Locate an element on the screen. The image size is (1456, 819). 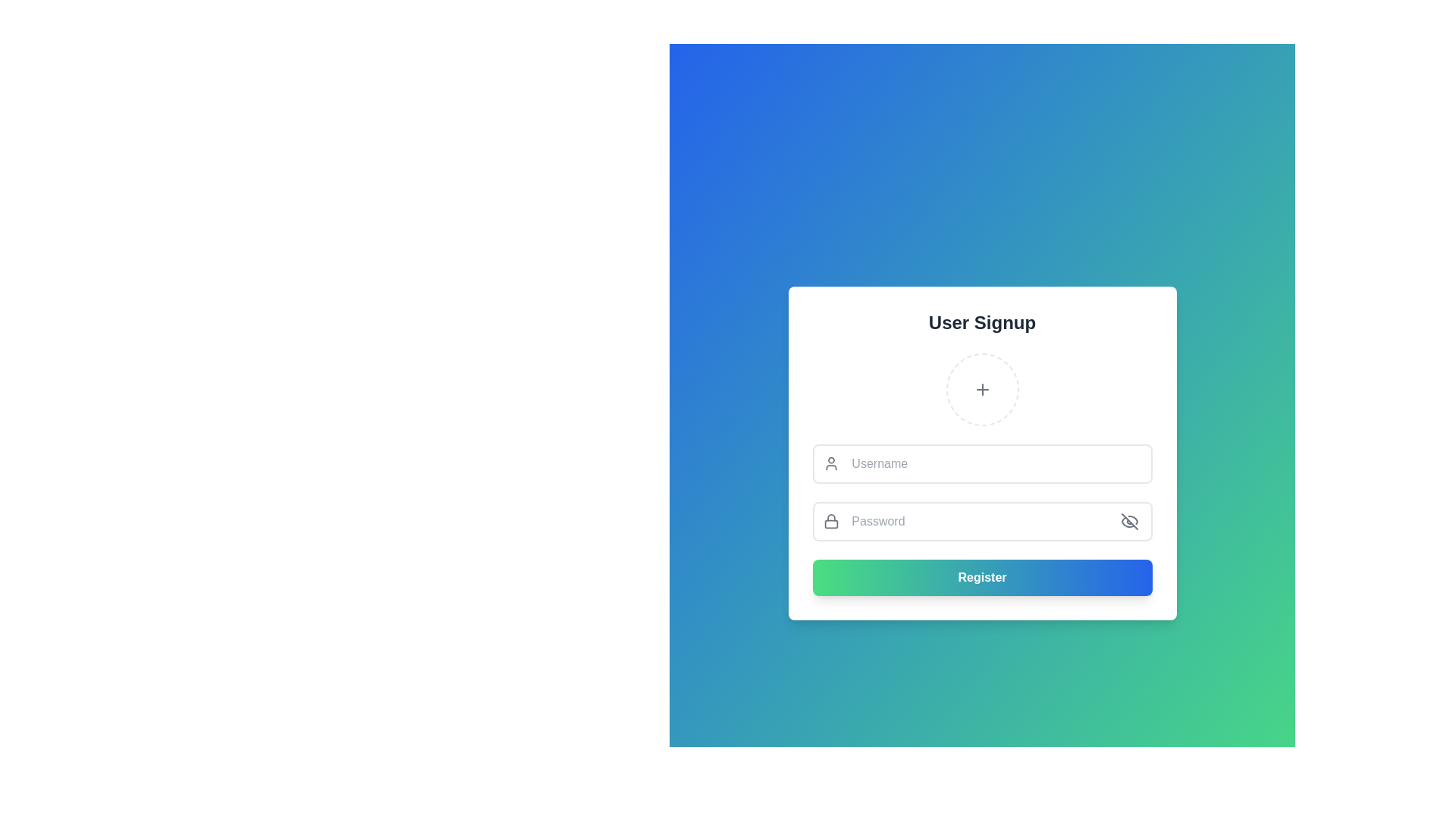
the static text label at the top of the signup form, which serves as the title for the form is located at coordinates (982, 322).